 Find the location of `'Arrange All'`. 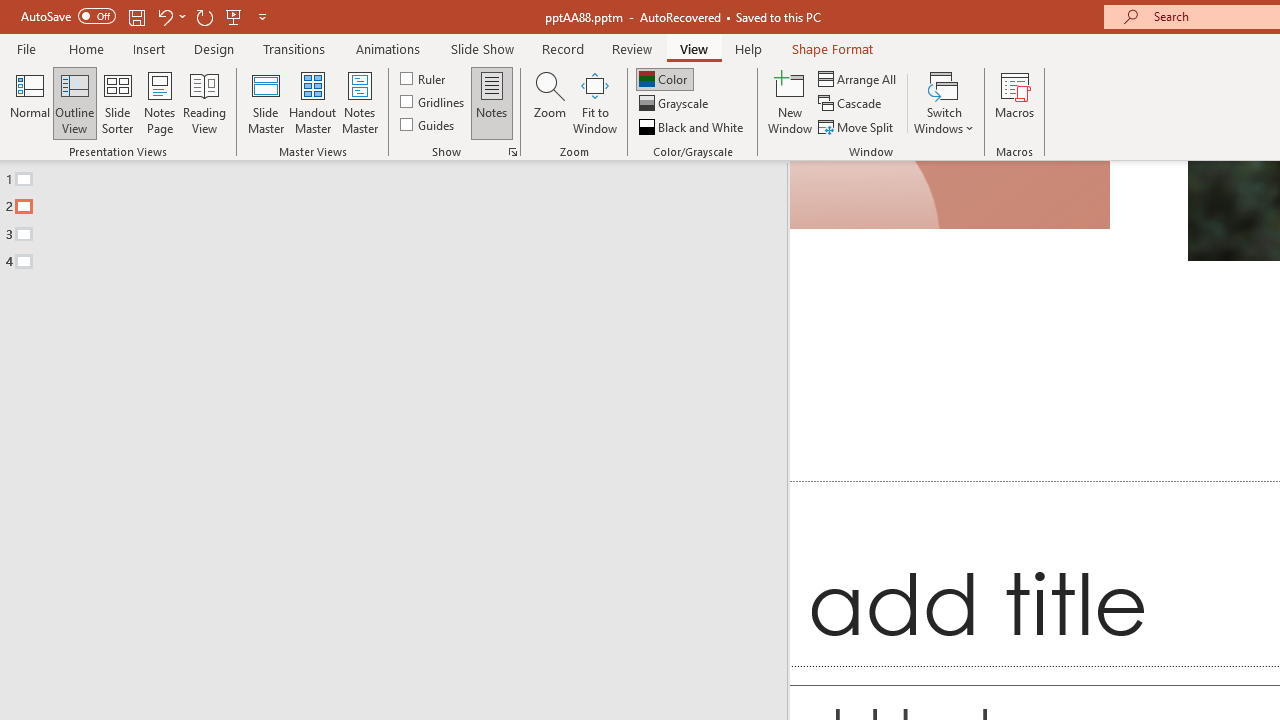

'Arrange All' is located at coordinates (858, 78).